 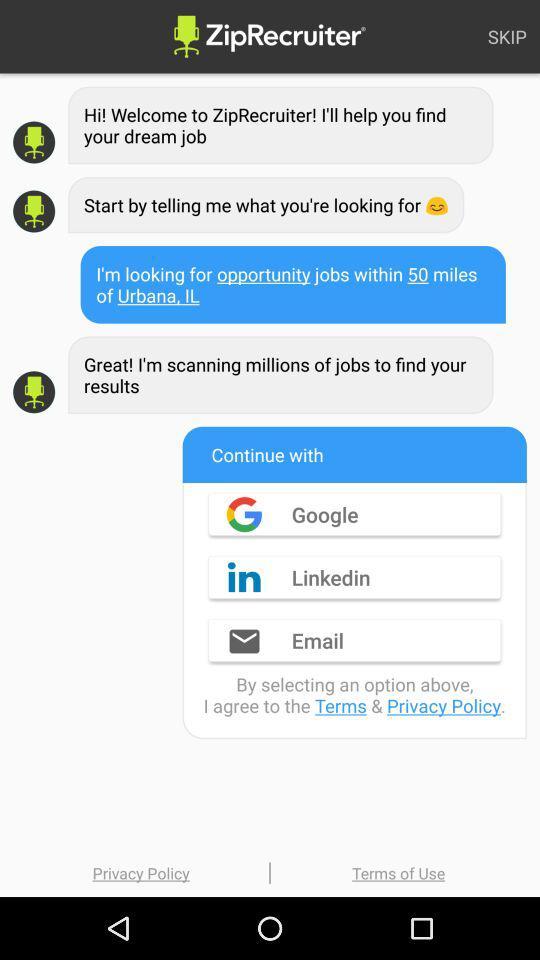 I want to click on item below the by selecting an item, so click(x=398, y=872).